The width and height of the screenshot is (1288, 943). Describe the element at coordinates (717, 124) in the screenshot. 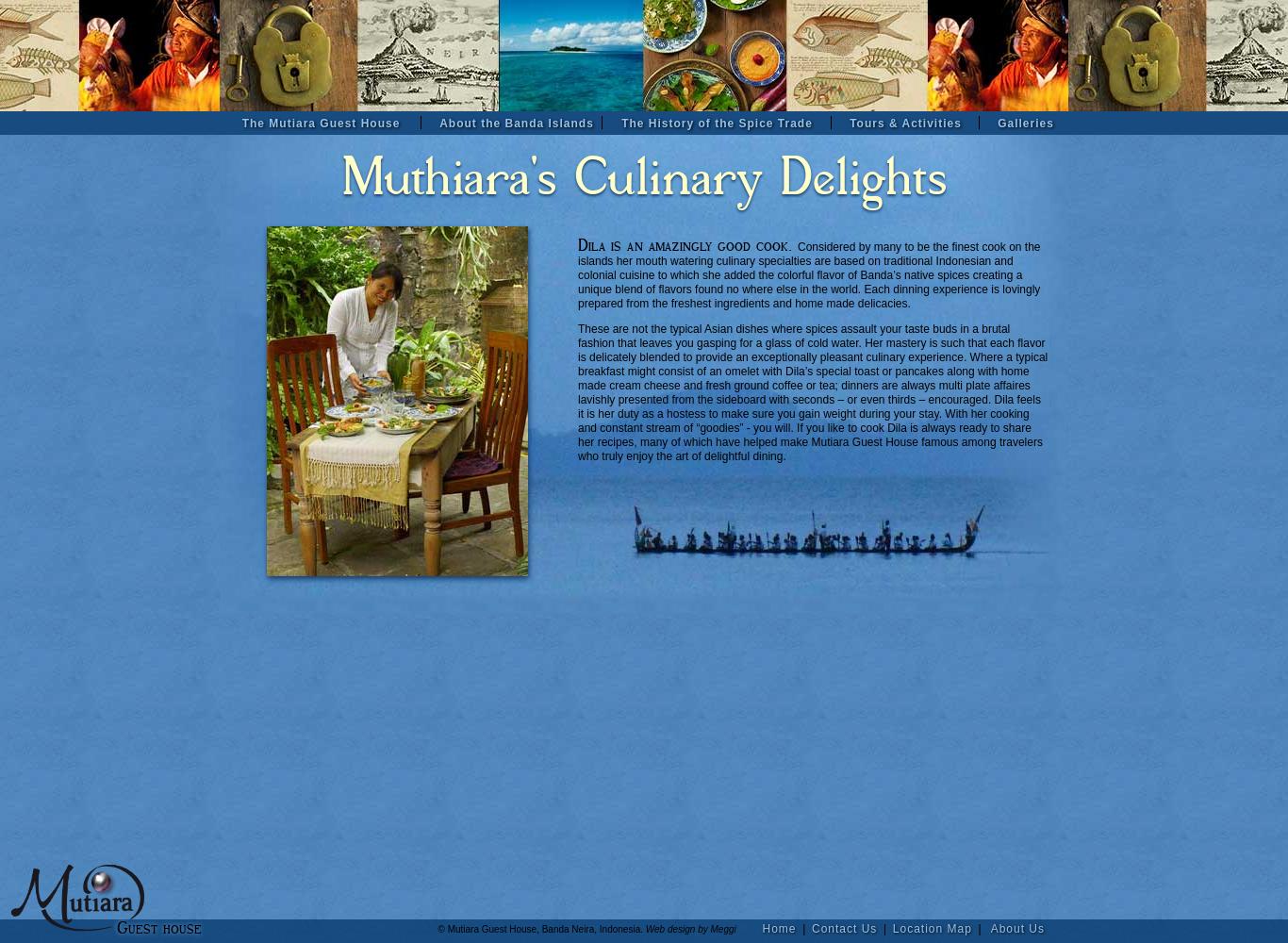

I see `'The History of the Spice Trade'` at that location.